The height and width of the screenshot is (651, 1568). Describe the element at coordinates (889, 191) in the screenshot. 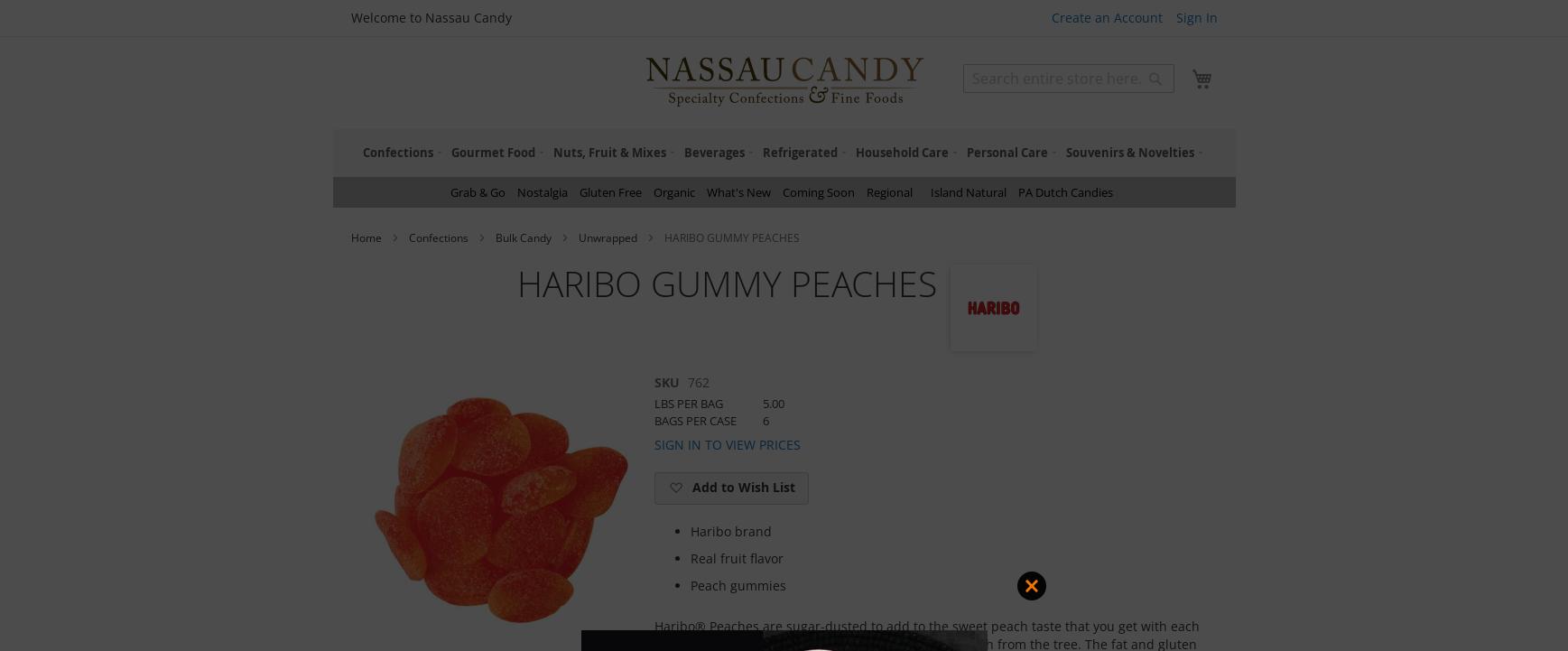

I see `'Regional'` at that location.